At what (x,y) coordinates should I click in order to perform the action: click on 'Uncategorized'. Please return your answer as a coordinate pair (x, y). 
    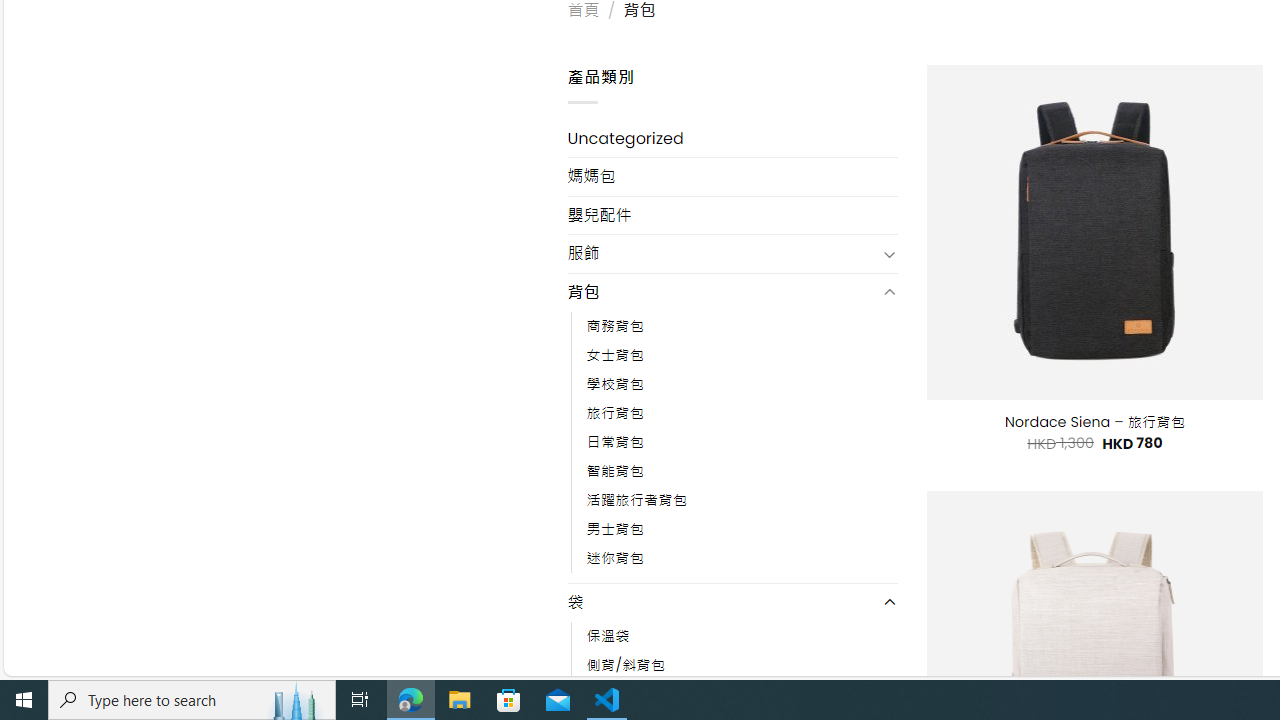
    Looking at the image, I should click on (731, 137).